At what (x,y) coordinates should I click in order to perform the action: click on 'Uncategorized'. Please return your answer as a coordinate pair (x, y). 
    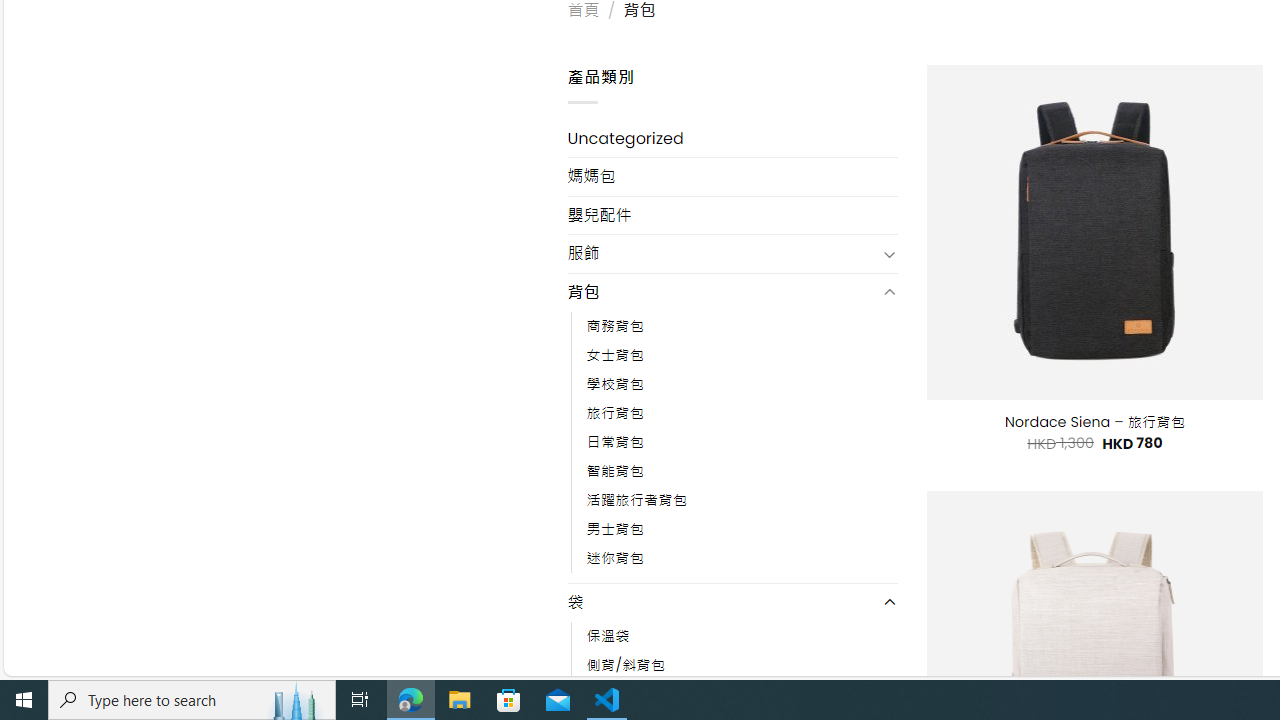
    Looking at the image, I should click on (731, 137).